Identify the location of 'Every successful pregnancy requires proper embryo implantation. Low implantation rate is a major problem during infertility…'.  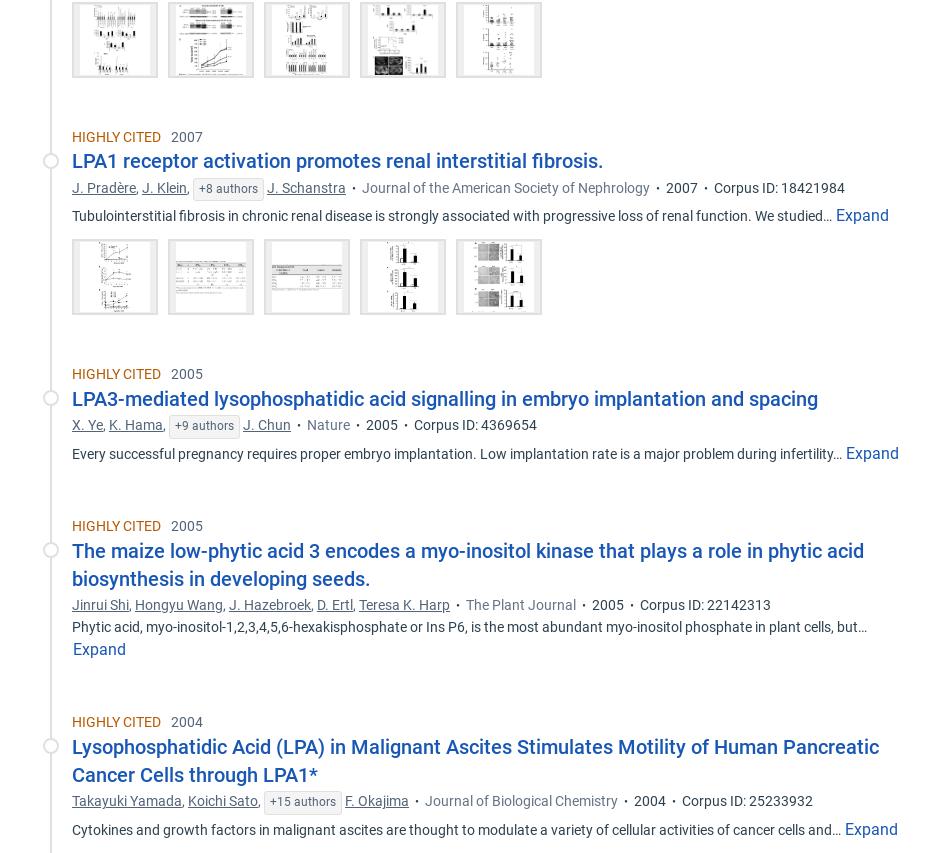
(457, 453).